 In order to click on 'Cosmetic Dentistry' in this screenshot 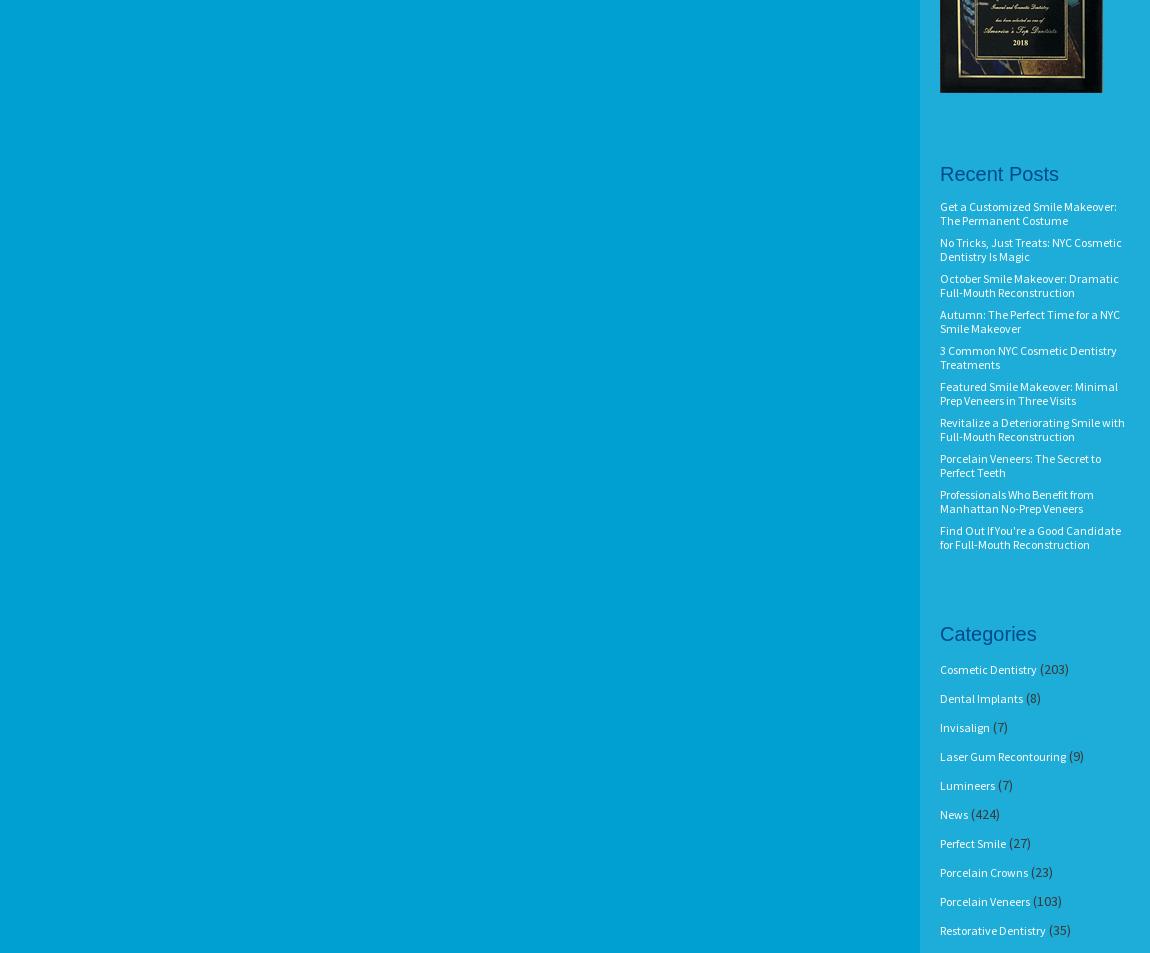, I will do `click(988, 669)`.